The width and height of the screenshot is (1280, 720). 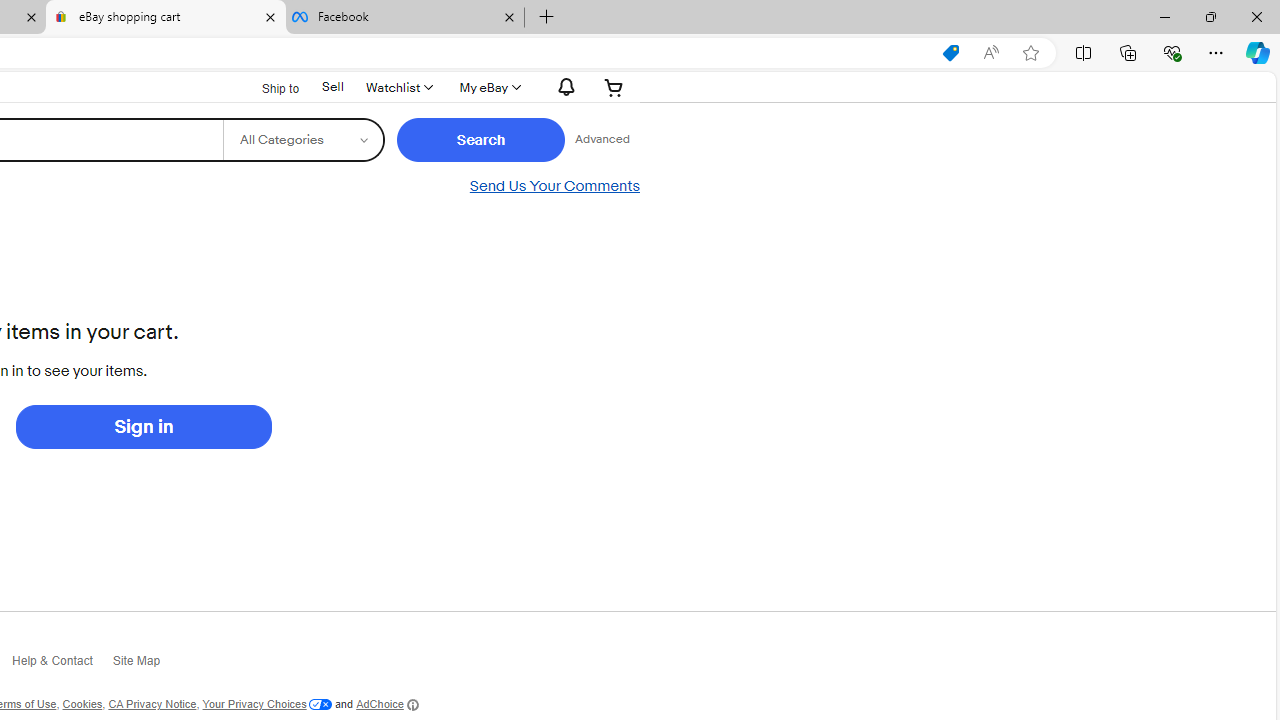 I want to click on 'Sell', so click(x=333, y=86).